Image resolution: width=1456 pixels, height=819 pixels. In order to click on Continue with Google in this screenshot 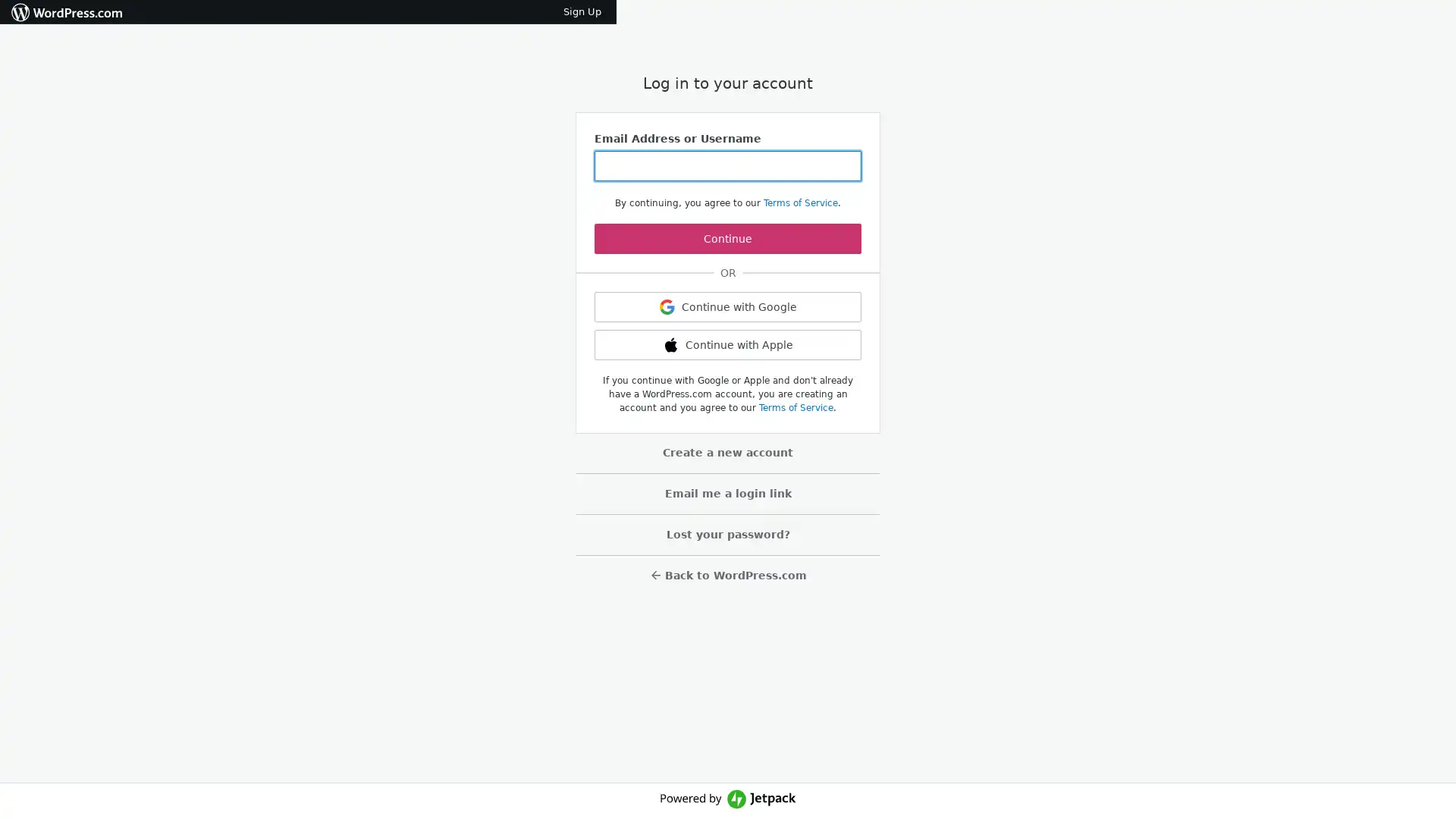, I will do `click(728, 307)`.